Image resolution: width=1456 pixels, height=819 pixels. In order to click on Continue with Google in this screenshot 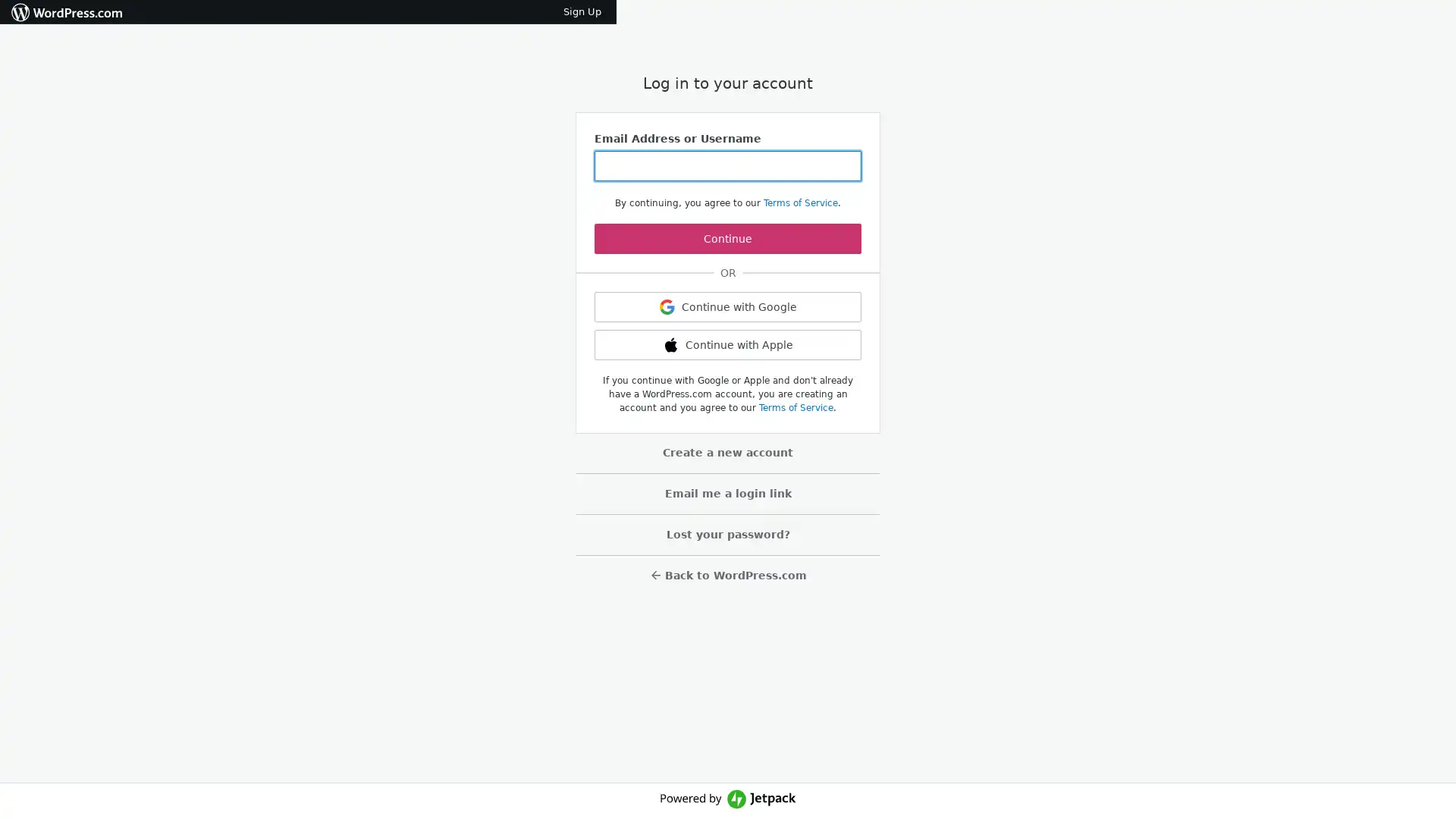, I will do `click(728, 307)`.